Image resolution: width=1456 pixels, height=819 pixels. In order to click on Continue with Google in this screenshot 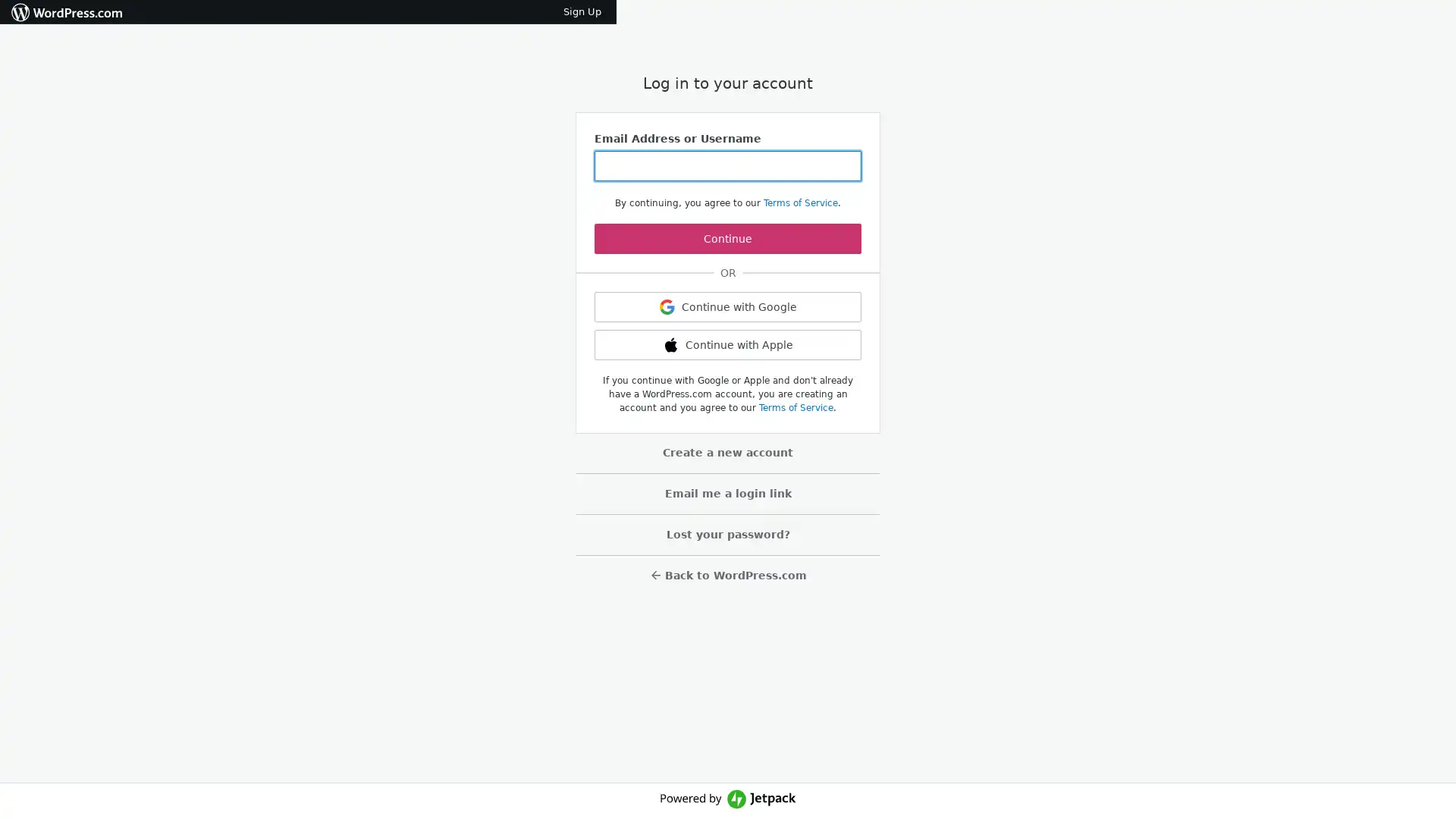, I will do `click(728, 307)`.